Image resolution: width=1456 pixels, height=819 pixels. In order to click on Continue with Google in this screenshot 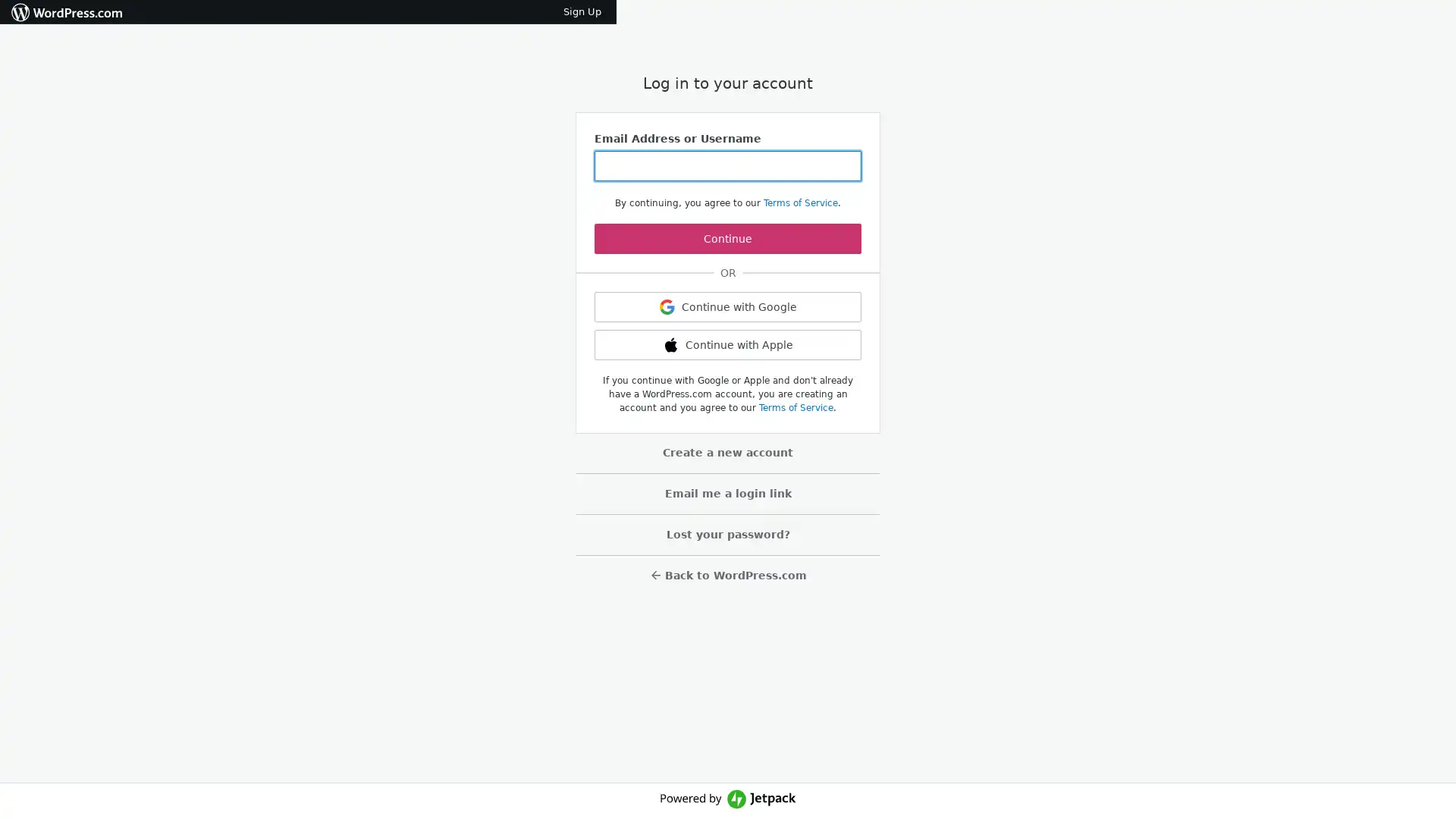, I will do `click(728, 307)`.